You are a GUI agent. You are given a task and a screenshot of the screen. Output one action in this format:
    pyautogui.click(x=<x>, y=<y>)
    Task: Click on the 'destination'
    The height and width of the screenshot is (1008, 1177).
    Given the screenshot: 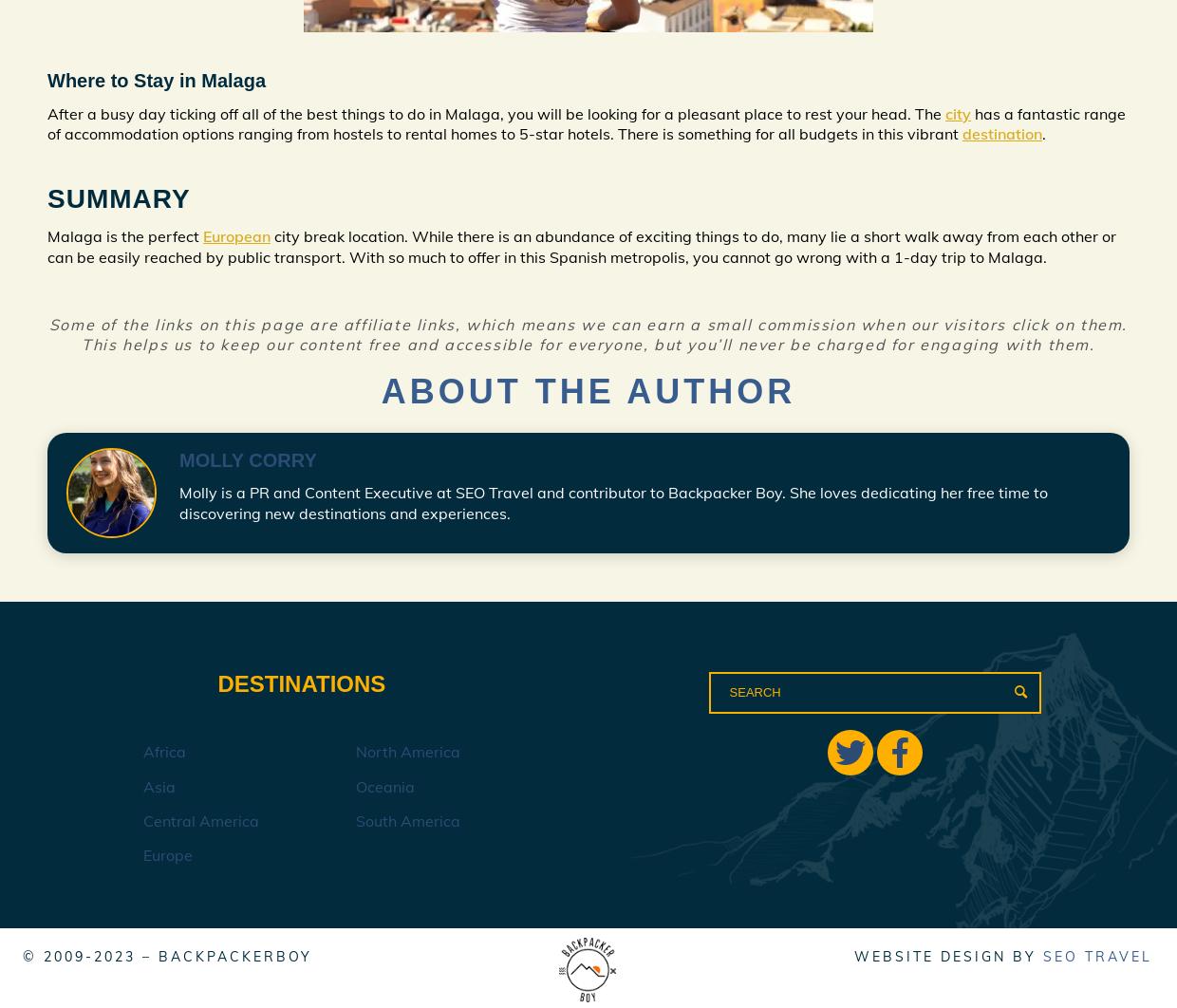 What is the action you would take?
    pyautogui.click(x=1001, y=134)
    